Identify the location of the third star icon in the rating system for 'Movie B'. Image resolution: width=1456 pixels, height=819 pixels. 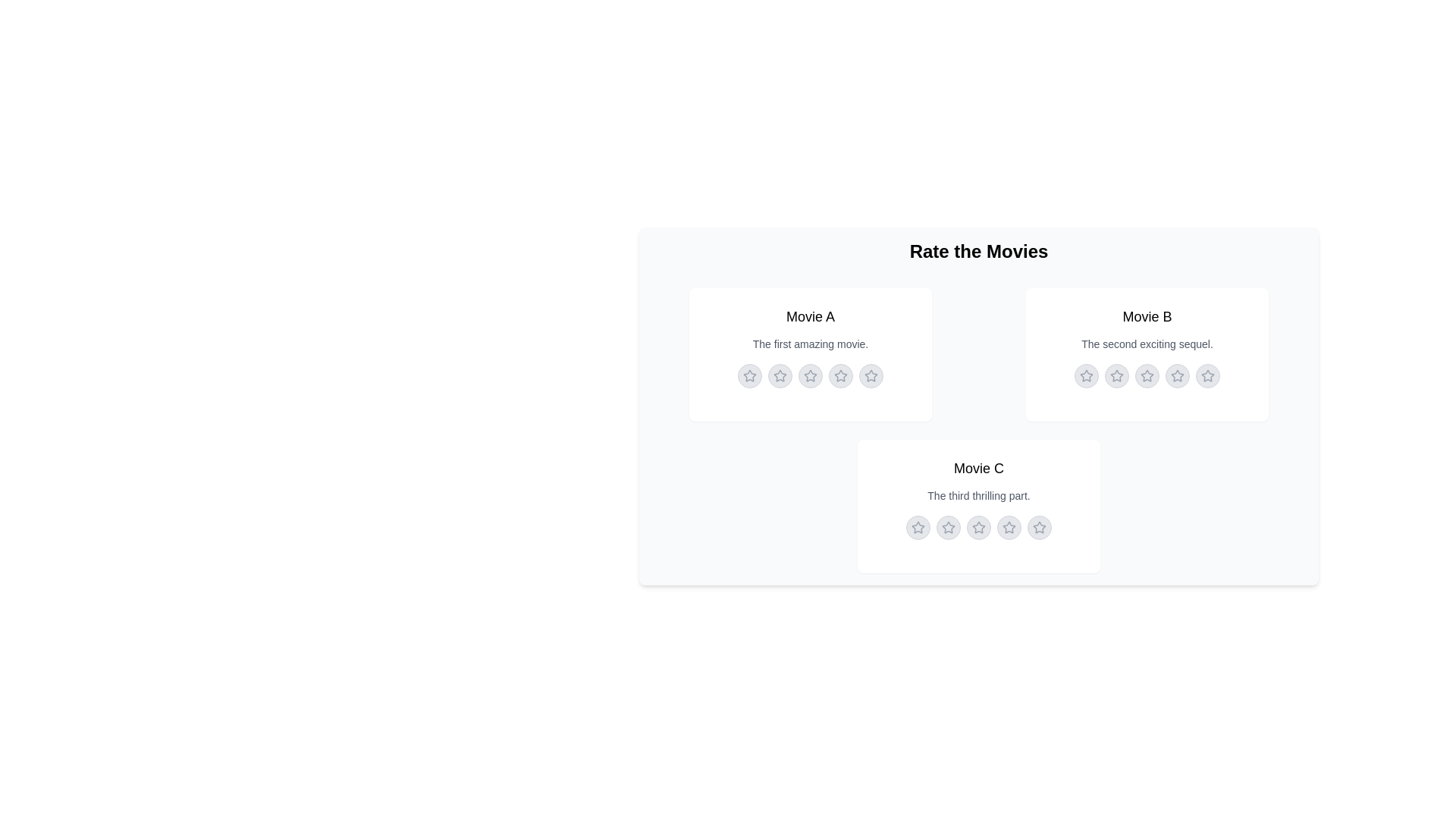
(1147, 375).